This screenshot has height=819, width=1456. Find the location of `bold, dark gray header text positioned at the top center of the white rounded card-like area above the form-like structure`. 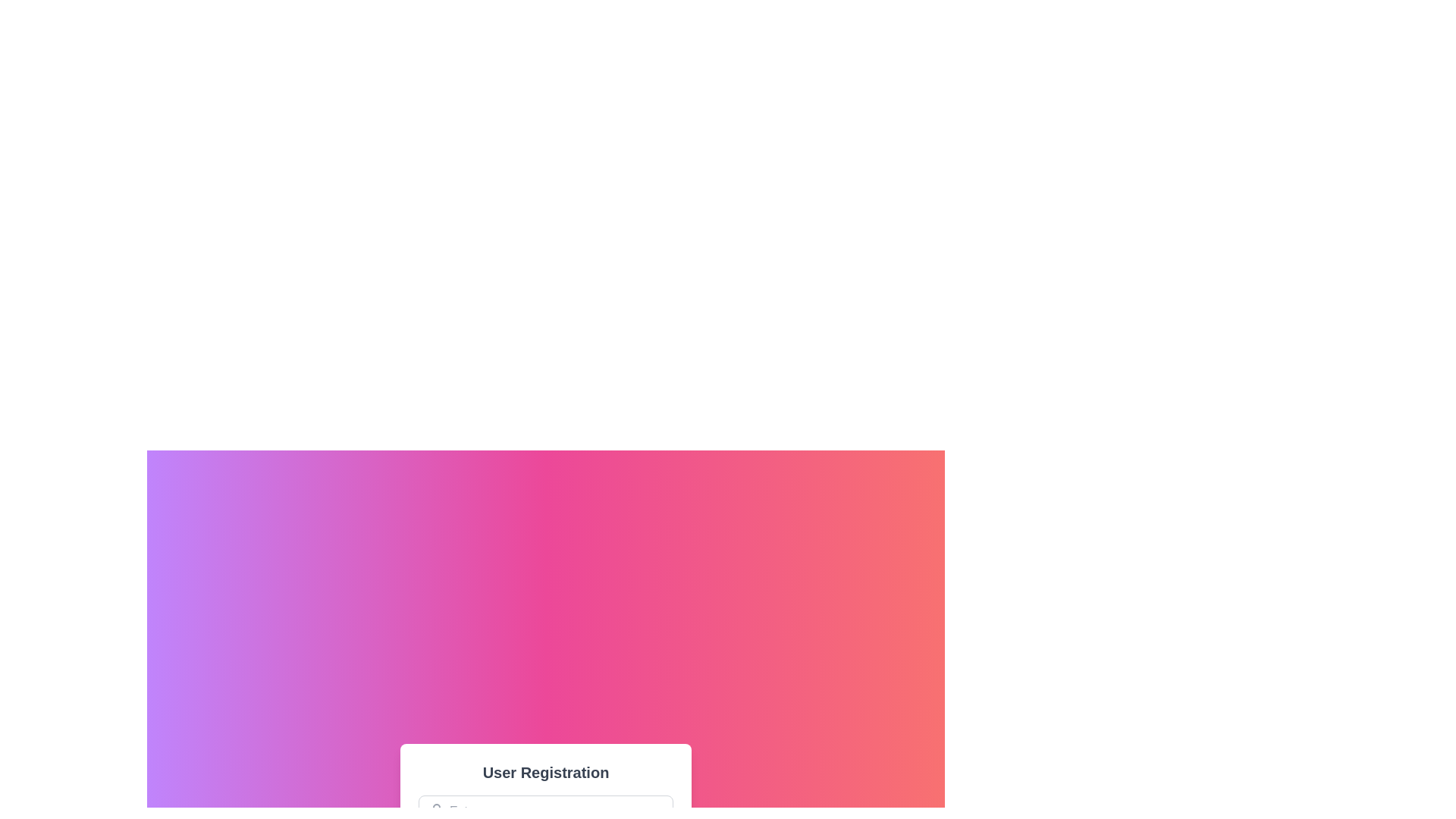

bold, dark gray header text positioned at the top center of the white rounded card-like area above the form-like structure is located at coordinates (546, 772).